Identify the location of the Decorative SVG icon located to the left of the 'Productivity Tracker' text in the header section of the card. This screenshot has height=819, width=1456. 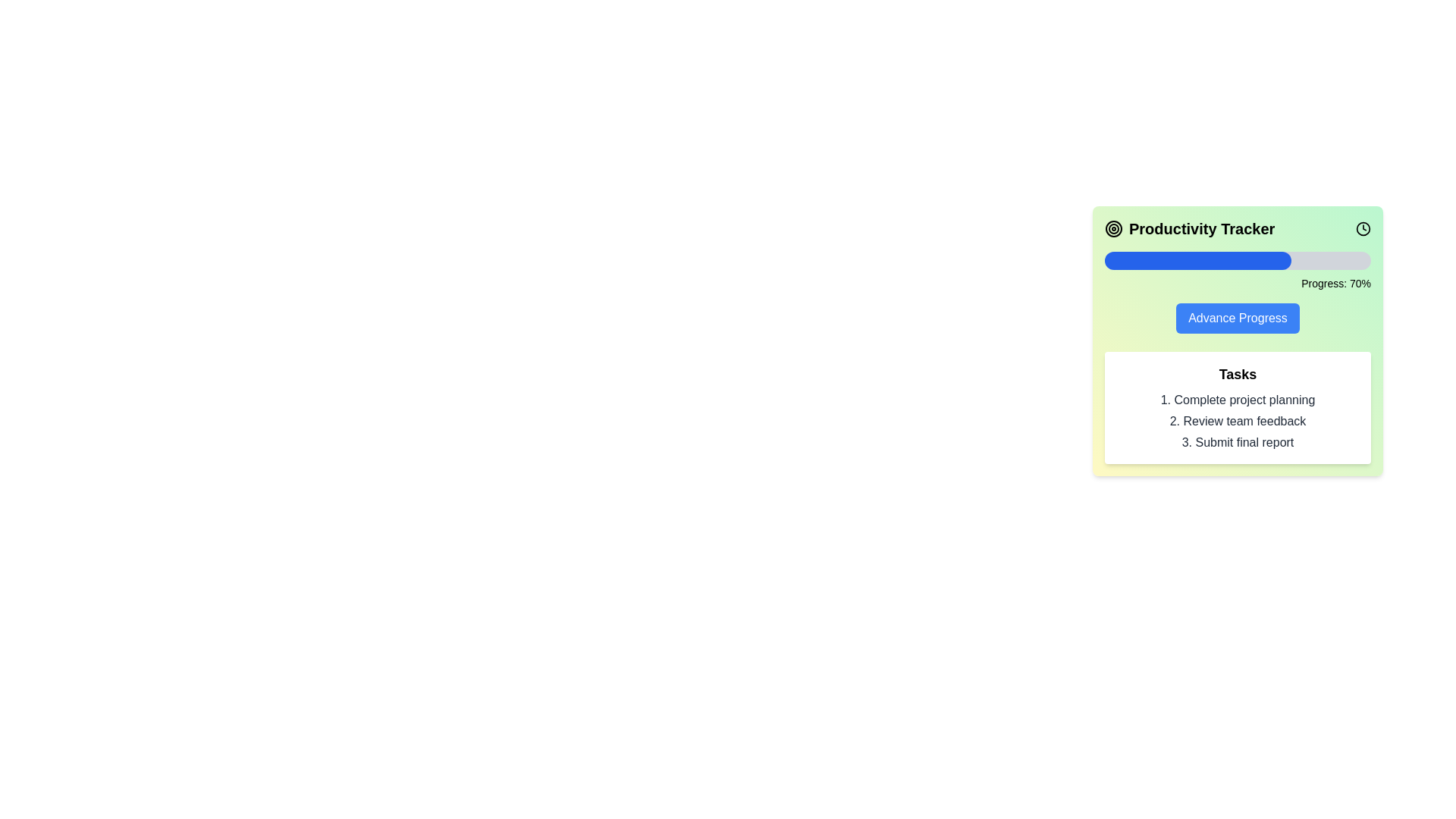
(1113, 228).